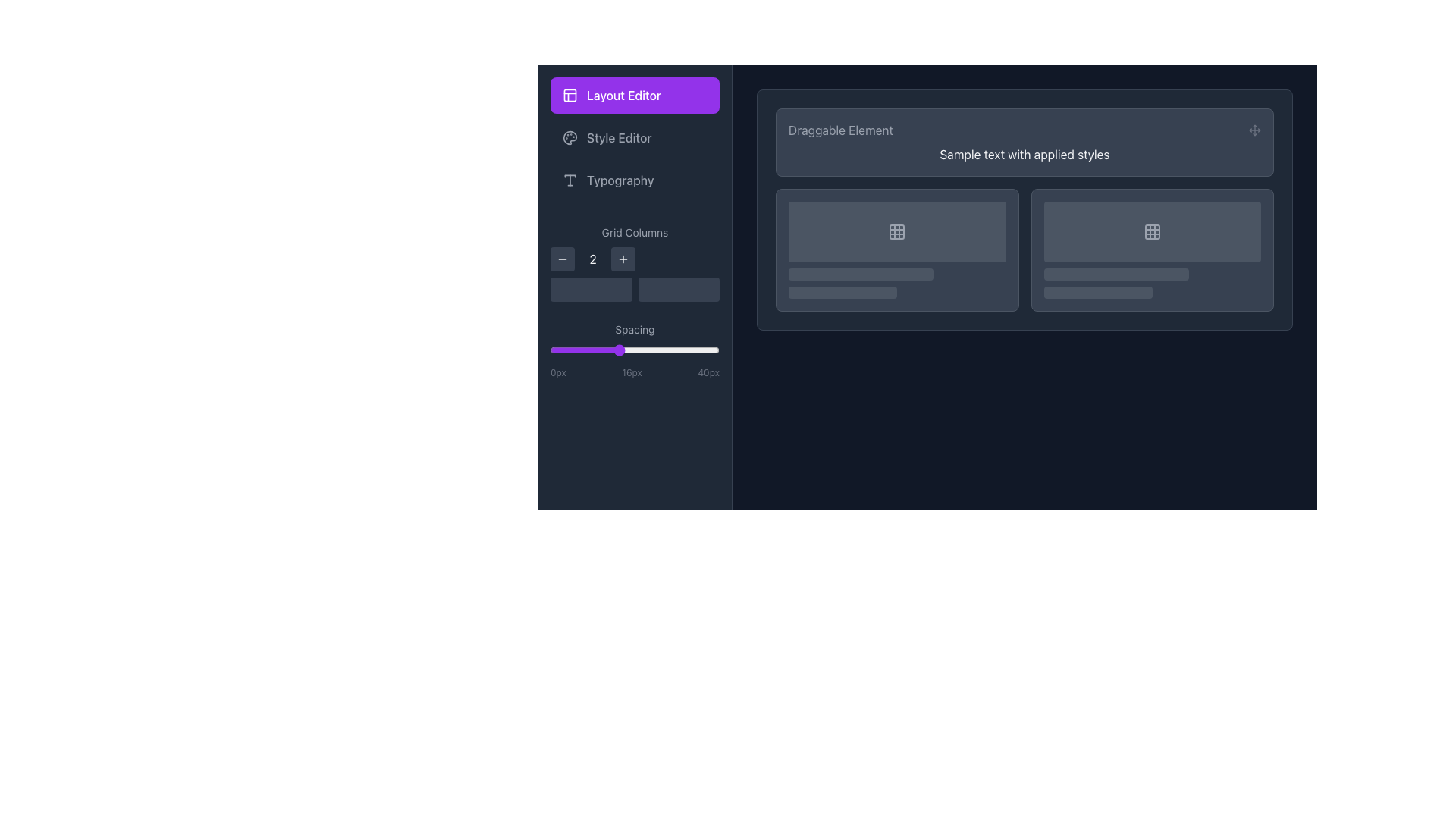 The image size is (1456, 819). What do you see at coordinates (897, 231) in the screenshot?
I see `the grid layout icon located in the central area of the right panel, which represents grid functionality` at bounding box center [897, 231].